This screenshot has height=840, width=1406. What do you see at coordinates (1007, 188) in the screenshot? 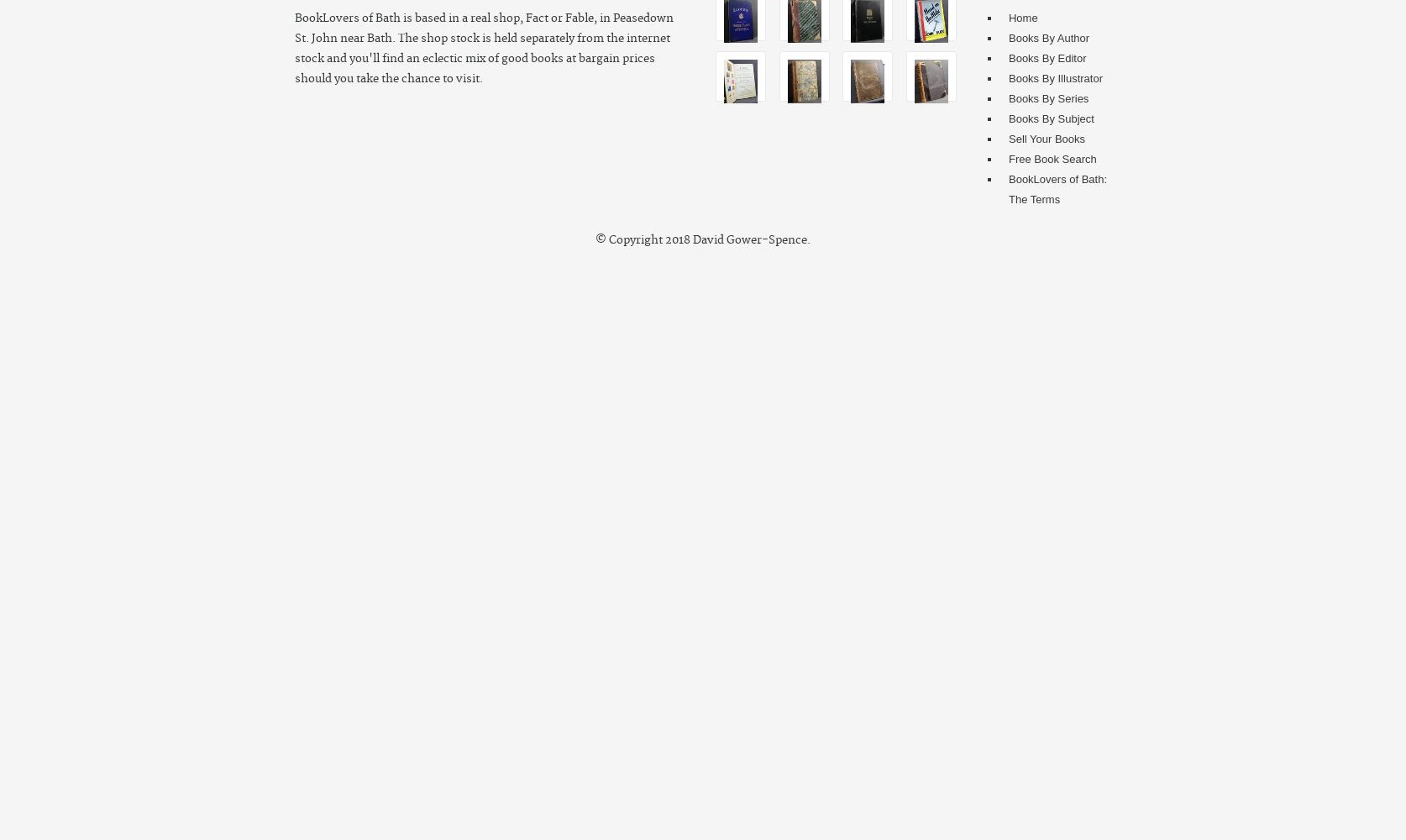
I see `'BookLovers of Bath: The Terms'` at bounding box center [1007, 188].